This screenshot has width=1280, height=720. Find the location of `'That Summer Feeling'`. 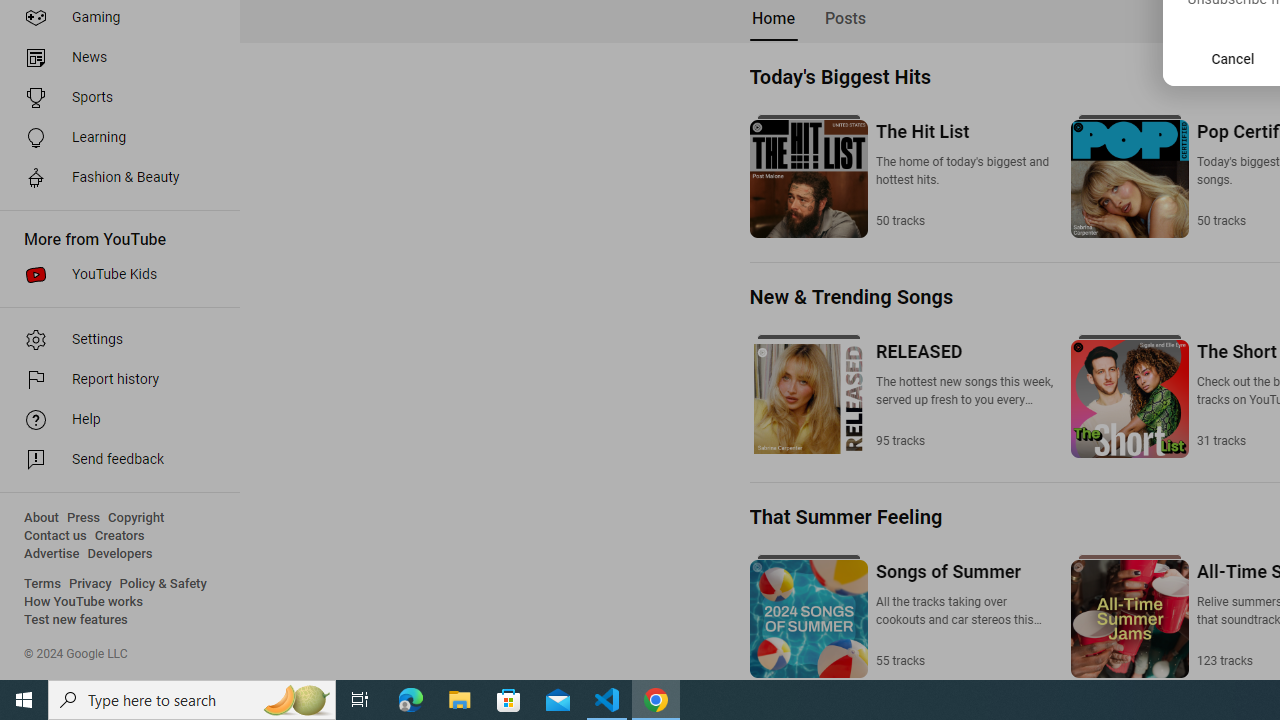

'That Summer Feeling' is located at coordinates (846, 516).